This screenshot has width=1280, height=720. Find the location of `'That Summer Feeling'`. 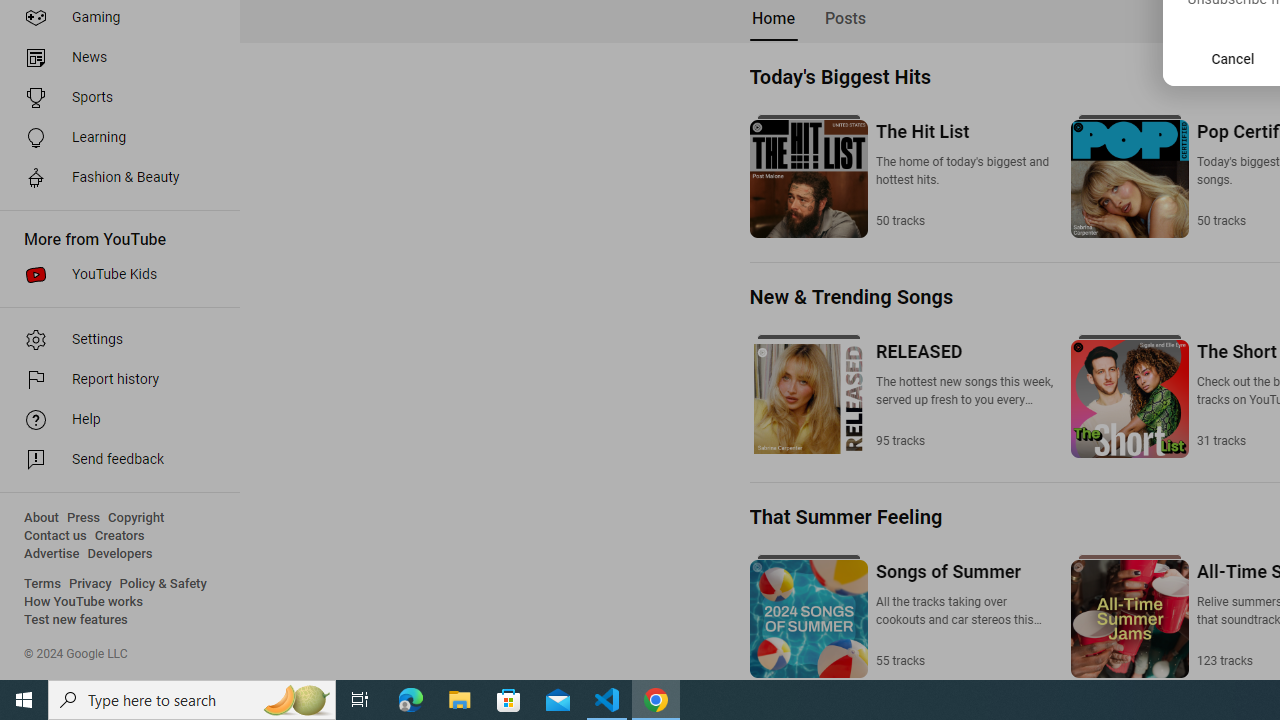

'That Summer Feeling' is located at coordinates (846, 516).